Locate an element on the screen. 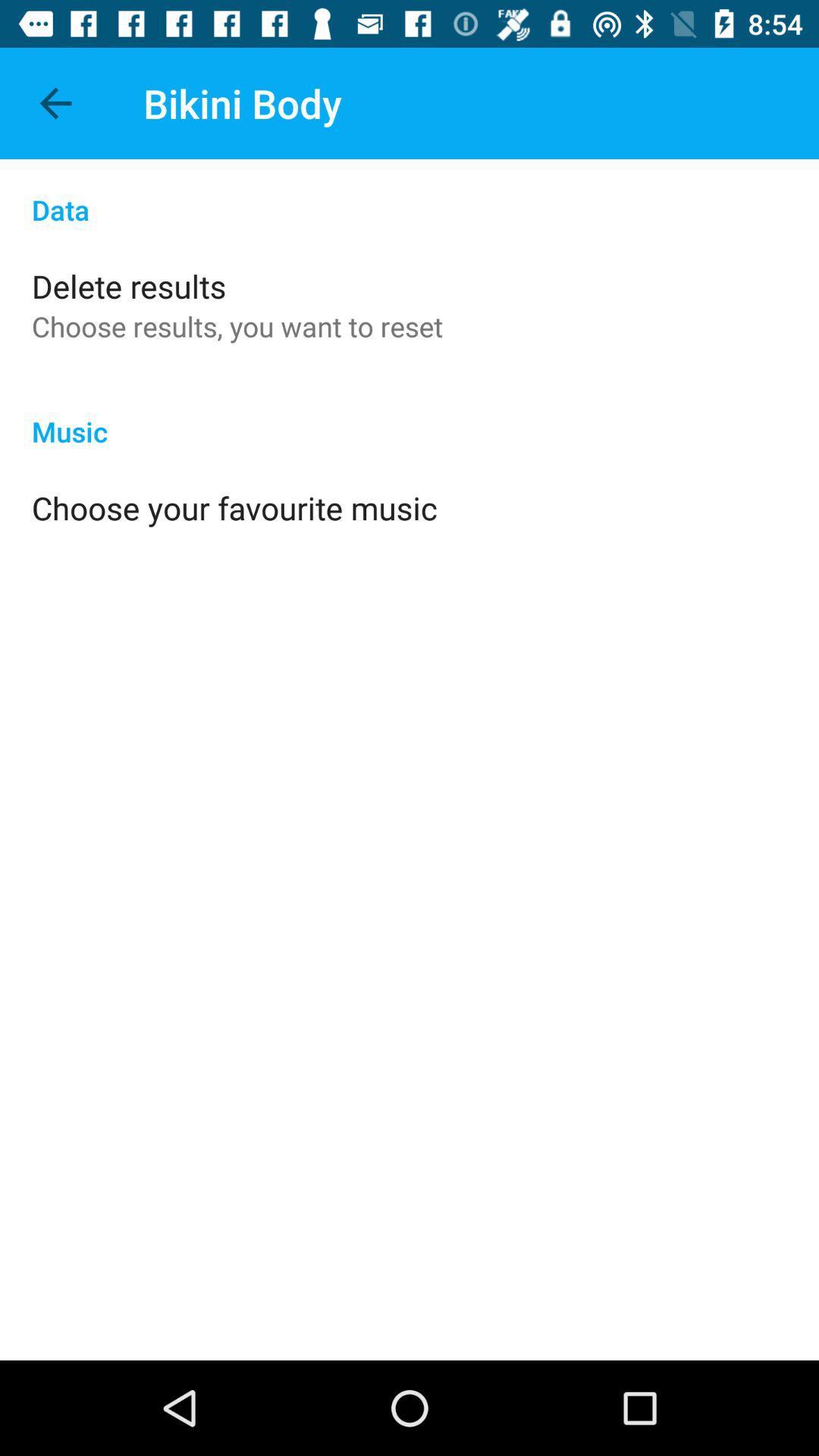  item above the delete results app is located at coordinates (409, 193).